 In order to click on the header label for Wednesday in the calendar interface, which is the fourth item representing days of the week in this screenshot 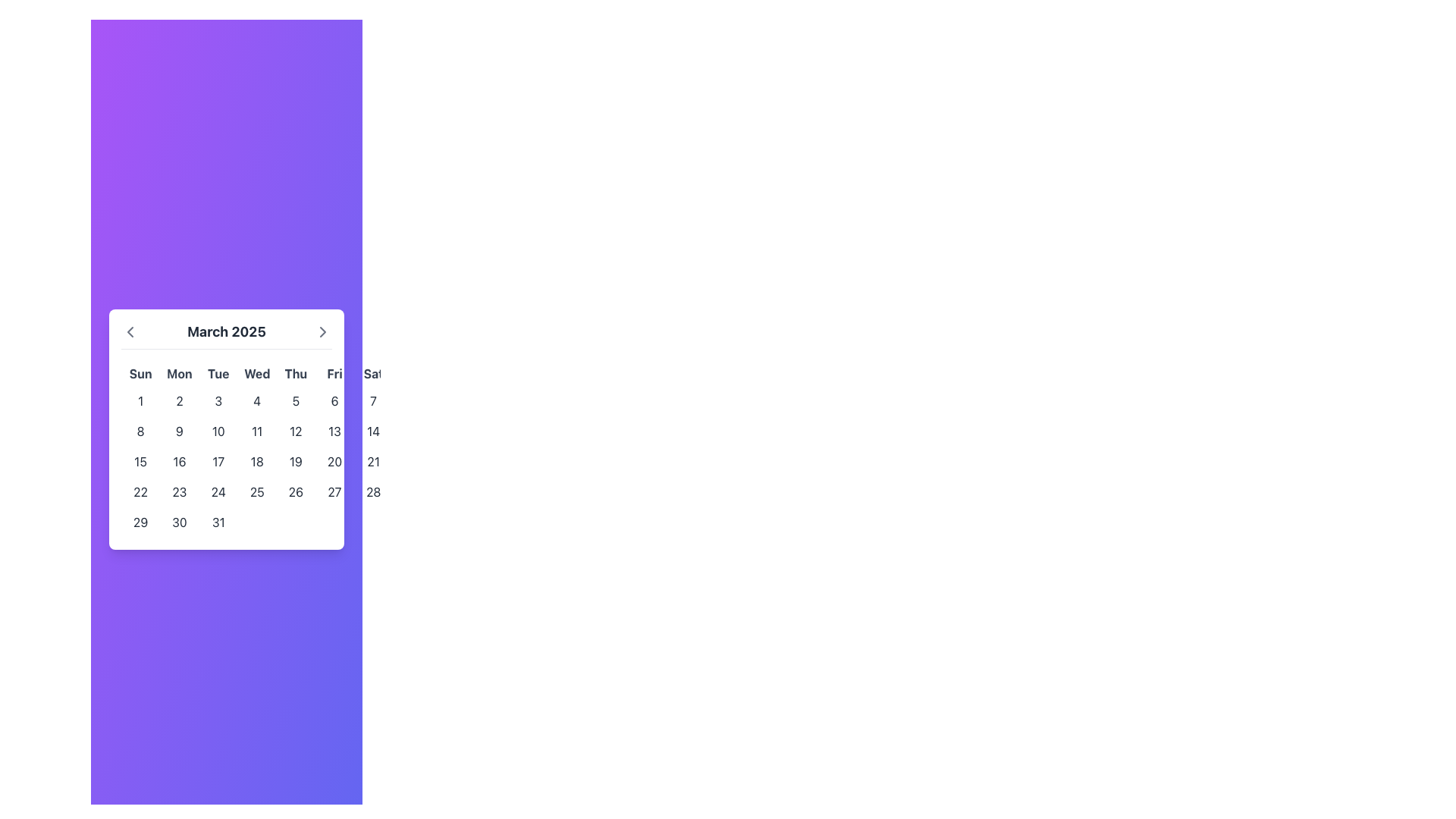, I will do `click(257, 373)`.